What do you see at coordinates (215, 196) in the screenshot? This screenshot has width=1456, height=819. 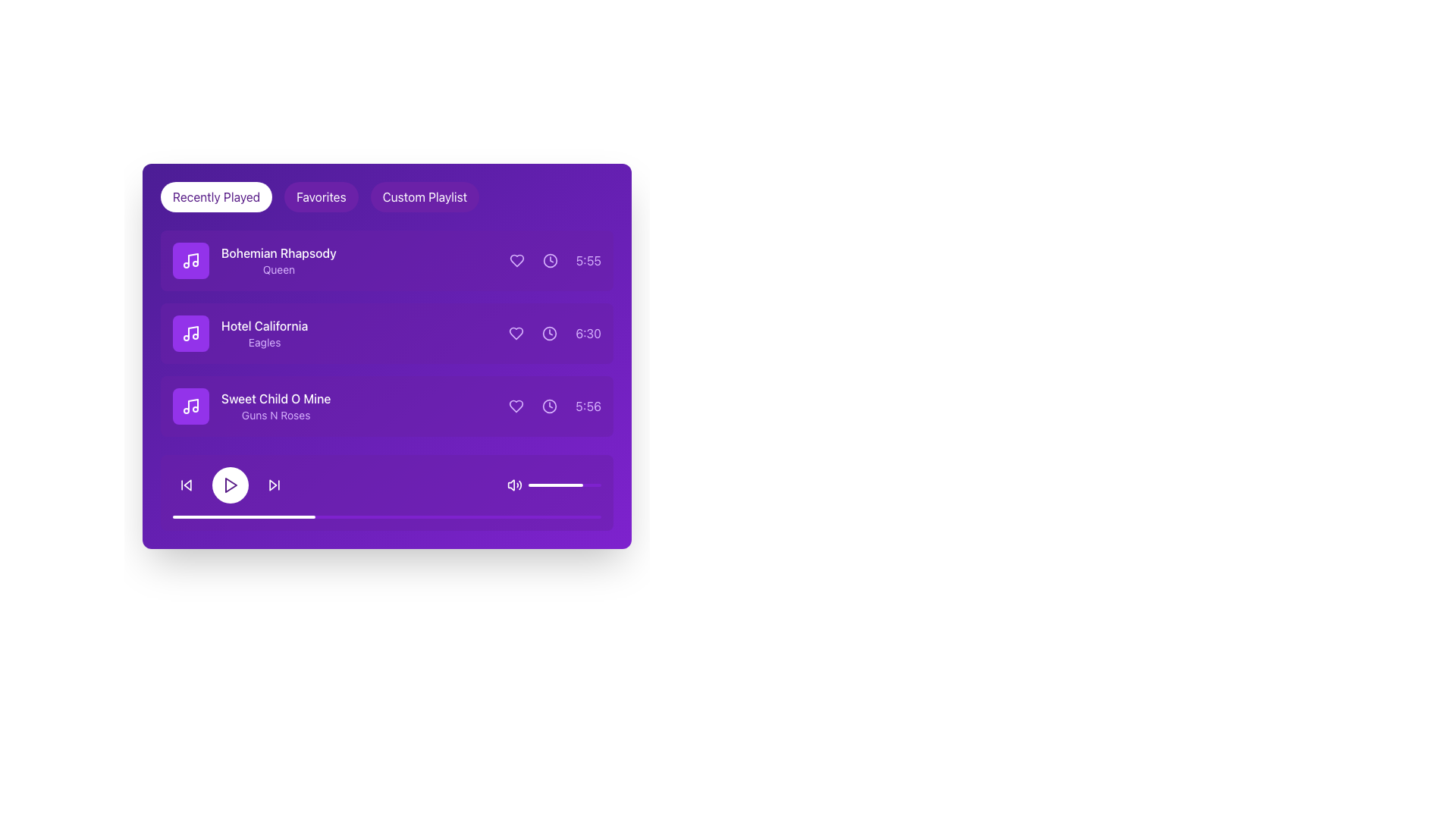 I see `the 'Recently Played' button located in the top-left section of the purple card interface` at bounding box center [215, 196].